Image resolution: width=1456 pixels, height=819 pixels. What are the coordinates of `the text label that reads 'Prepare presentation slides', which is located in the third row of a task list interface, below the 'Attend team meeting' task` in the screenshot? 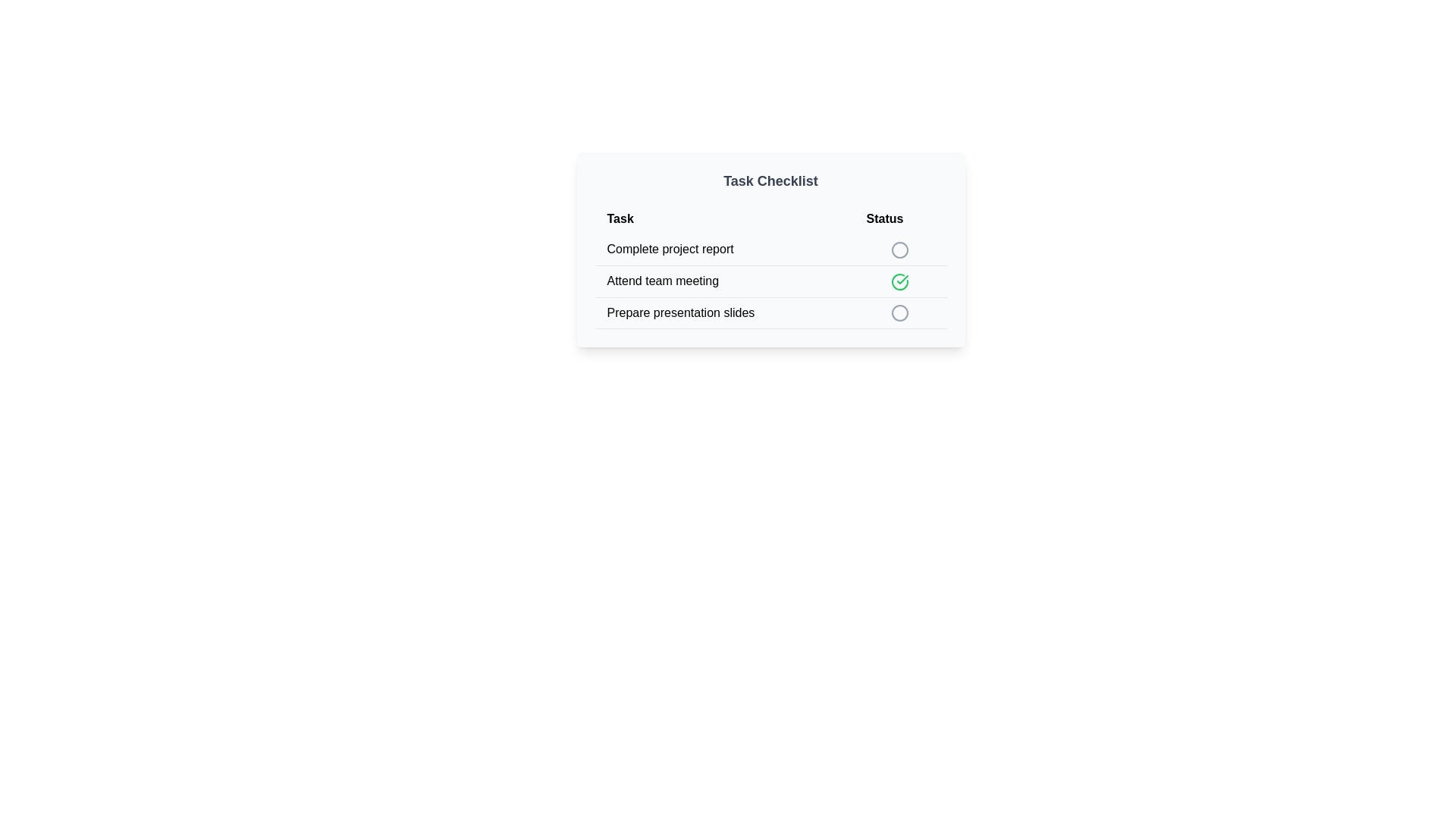 It's located at (723, 312).